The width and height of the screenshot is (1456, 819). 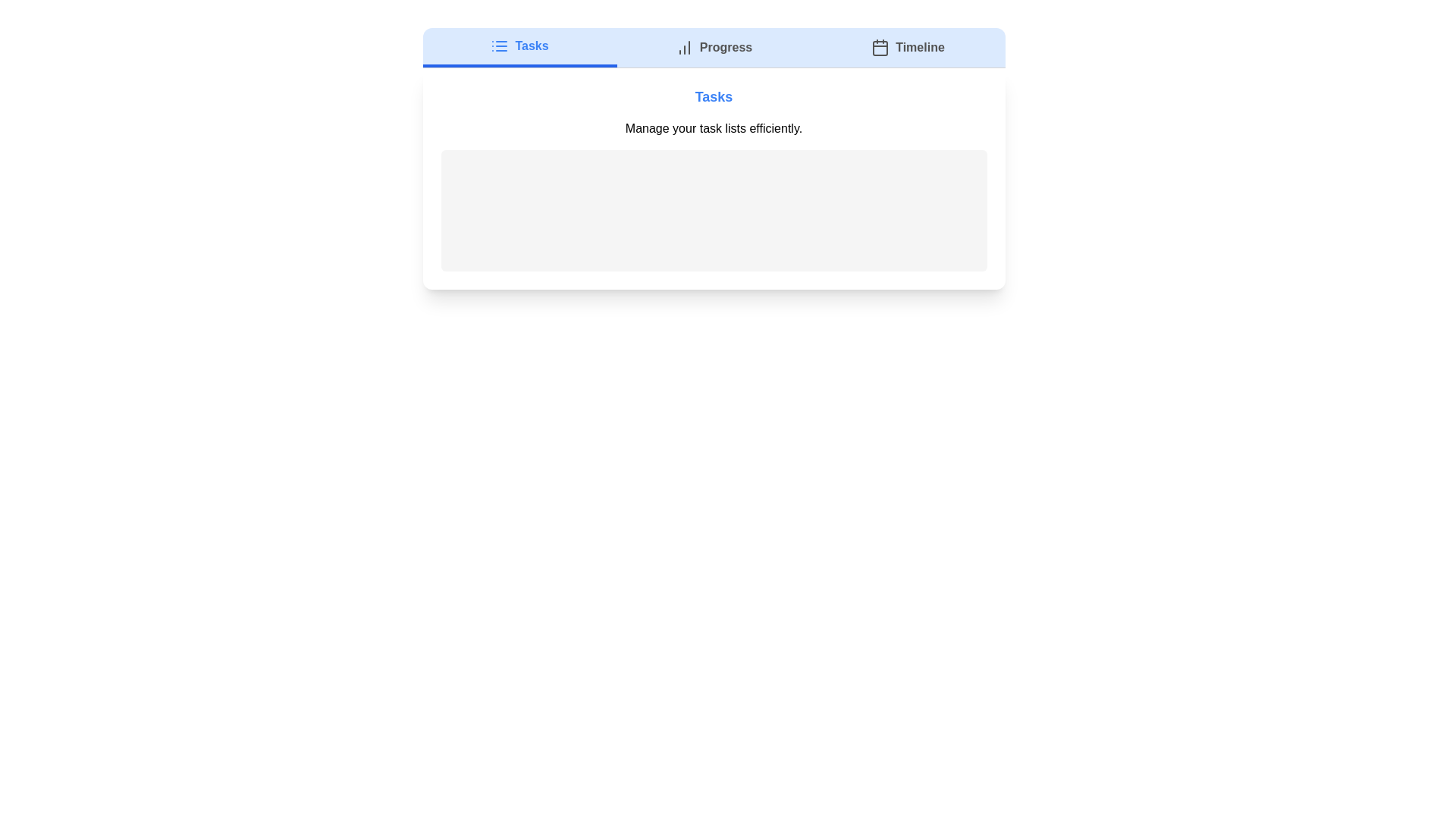 What do you see at coordinates (683, 46) in the screenshot?
I see `the progress tracking icon located to the left of the 'Progress' label in the top navigation bar` at bounding box center [683, 46].